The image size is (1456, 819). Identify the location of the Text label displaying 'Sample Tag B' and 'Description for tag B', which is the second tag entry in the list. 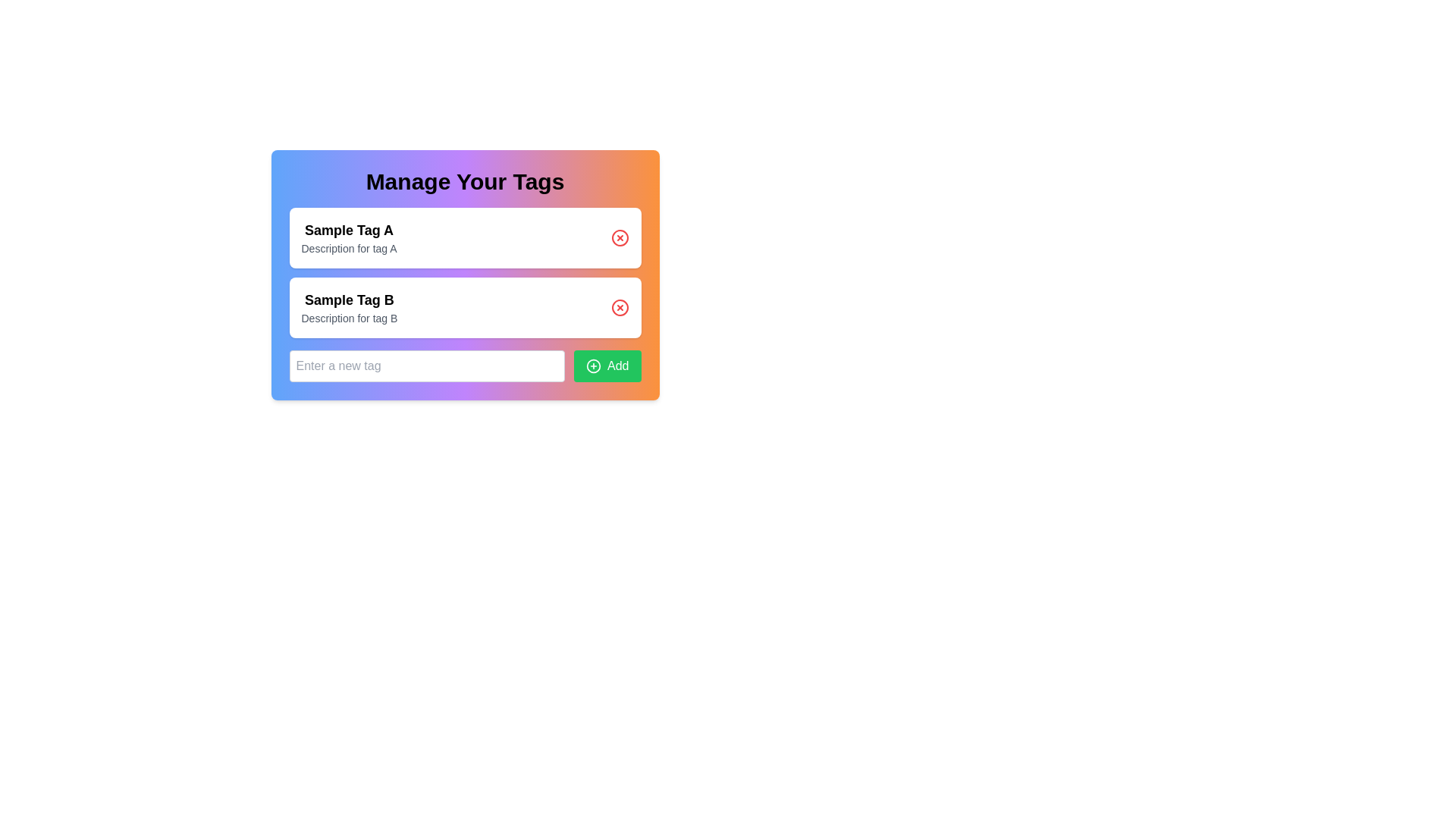
(348, 307).